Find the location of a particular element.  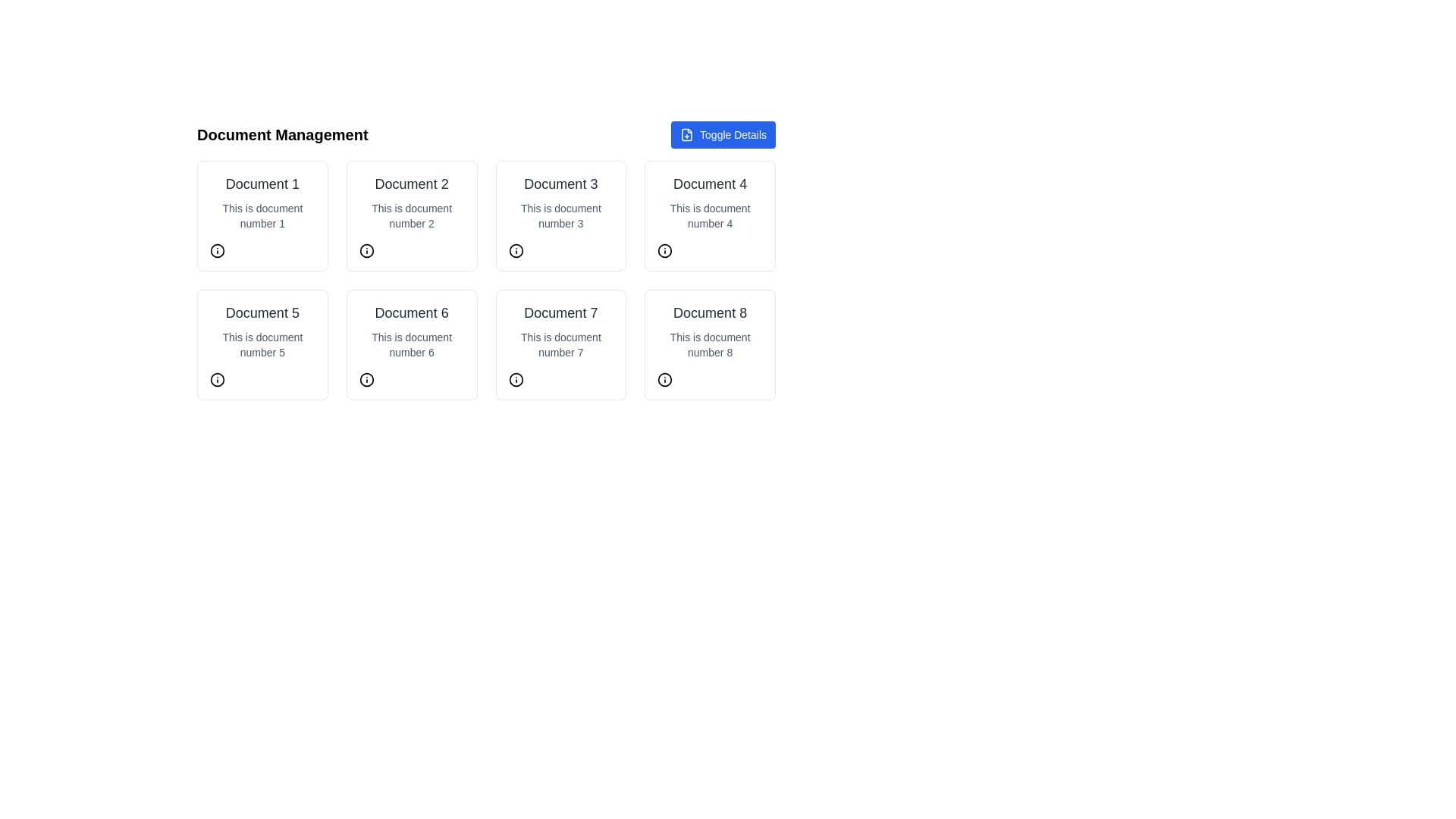

the circular shape within the SVG icon located under the fourth document card labeled 'Document 4', which provides quick information is located at coordinates (665, 250).